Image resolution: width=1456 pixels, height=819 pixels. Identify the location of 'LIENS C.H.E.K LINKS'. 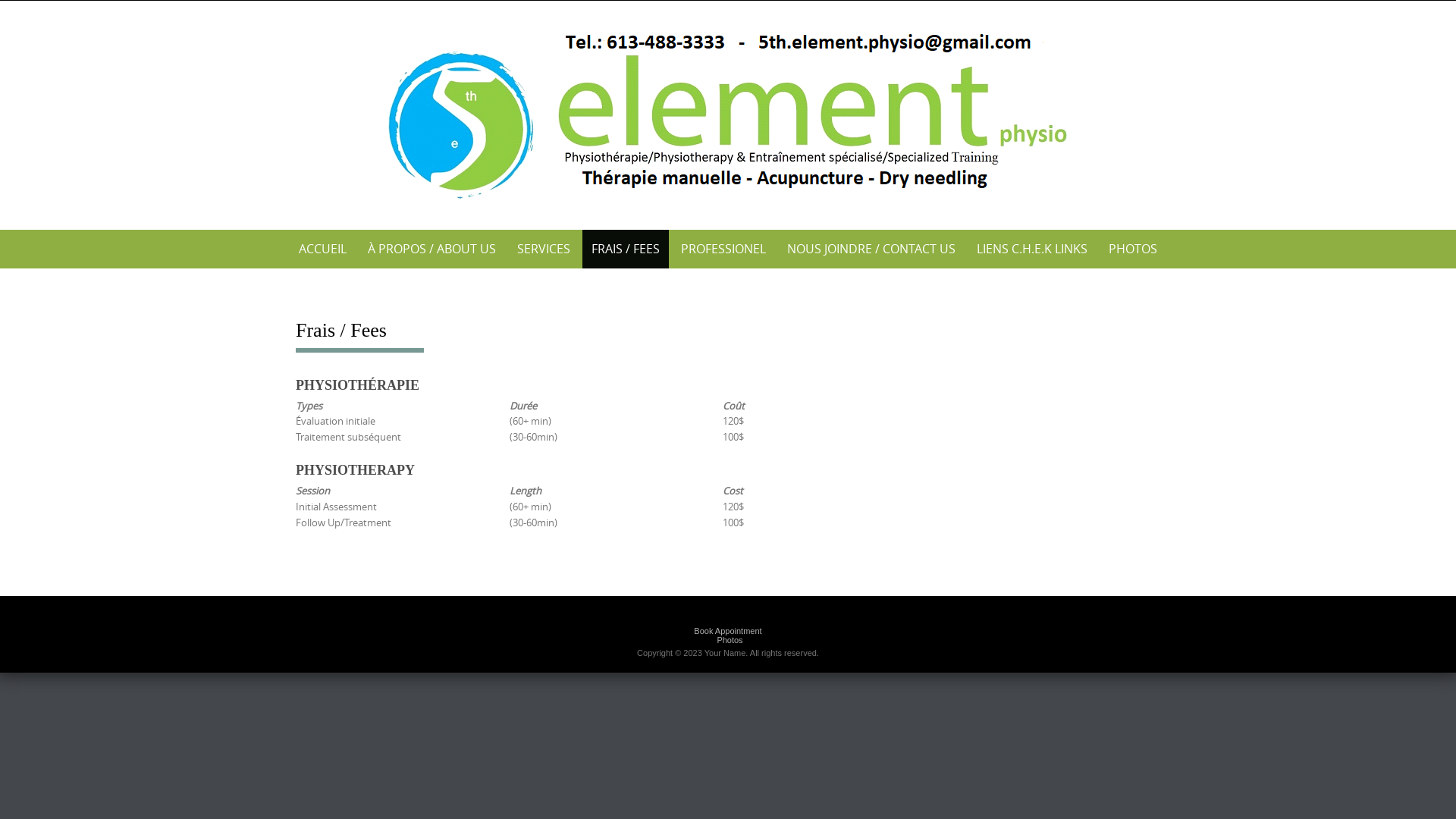
(1031, 248).